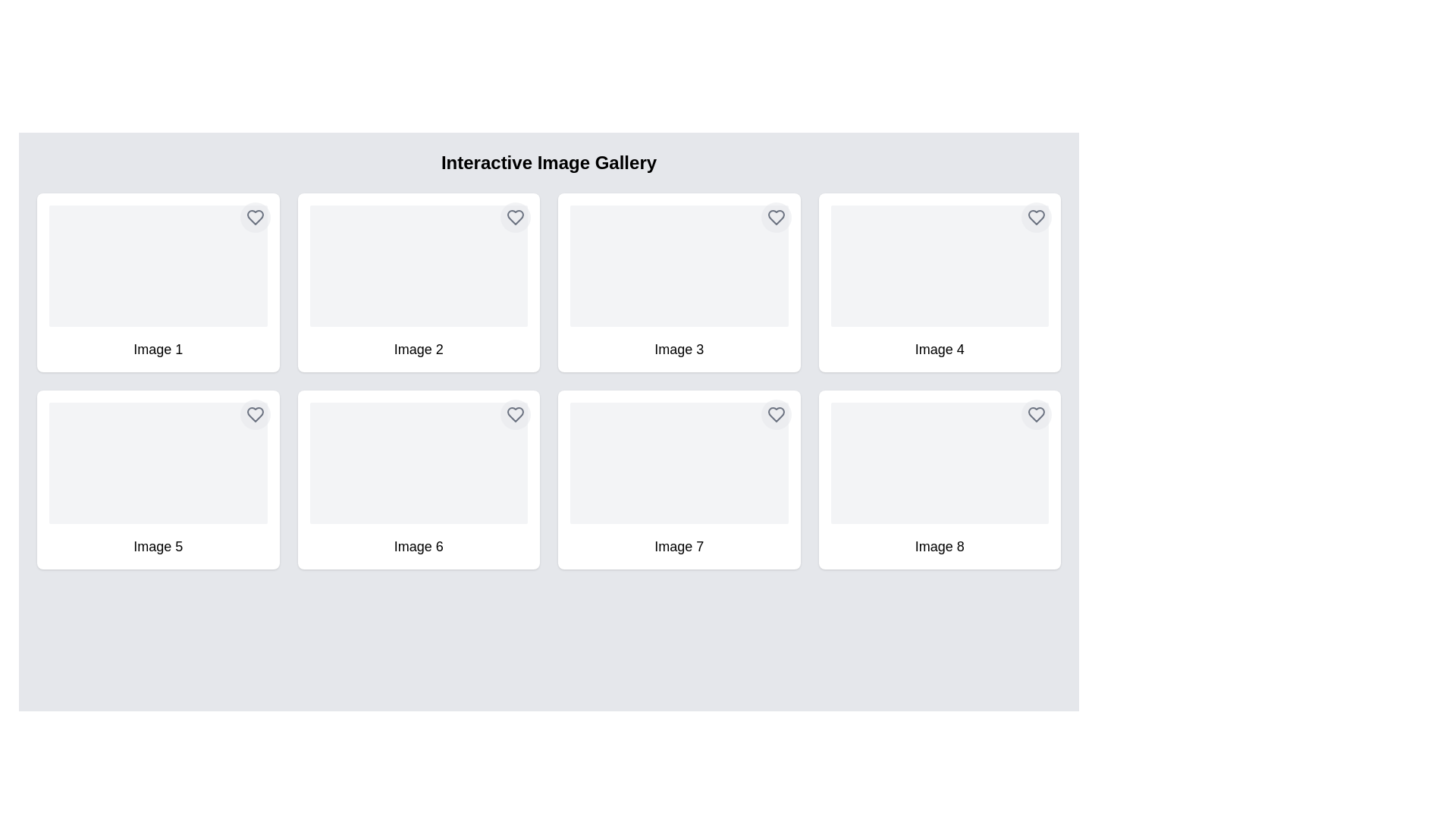  Describe the element at coordinates (1036, 415) in the screenshot. I see `the heart icon located at the top-right corner of the 'Image 8' thumbnail` at that location.